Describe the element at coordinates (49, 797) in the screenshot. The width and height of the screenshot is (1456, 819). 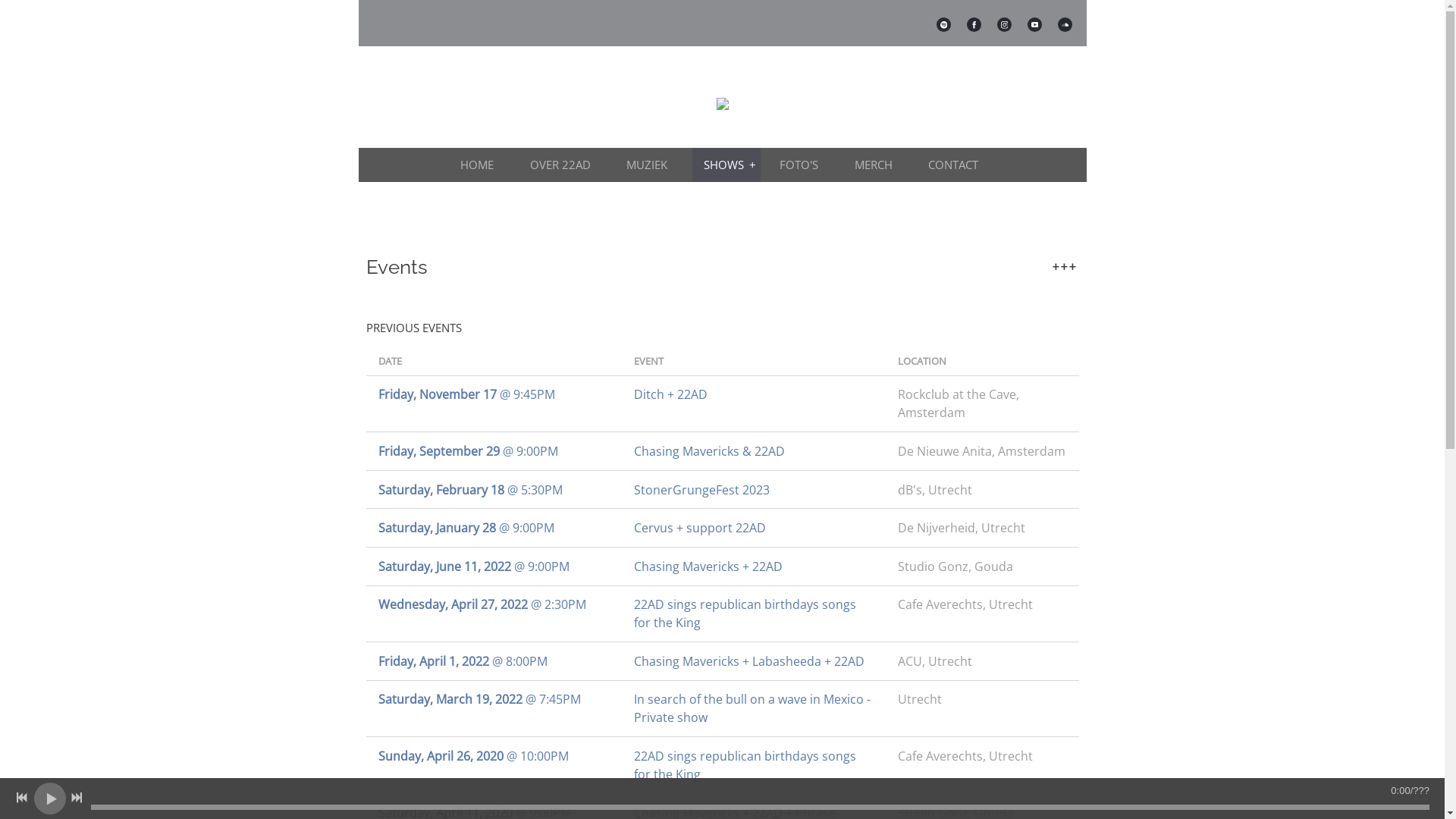
I see `'Play'` at that location.